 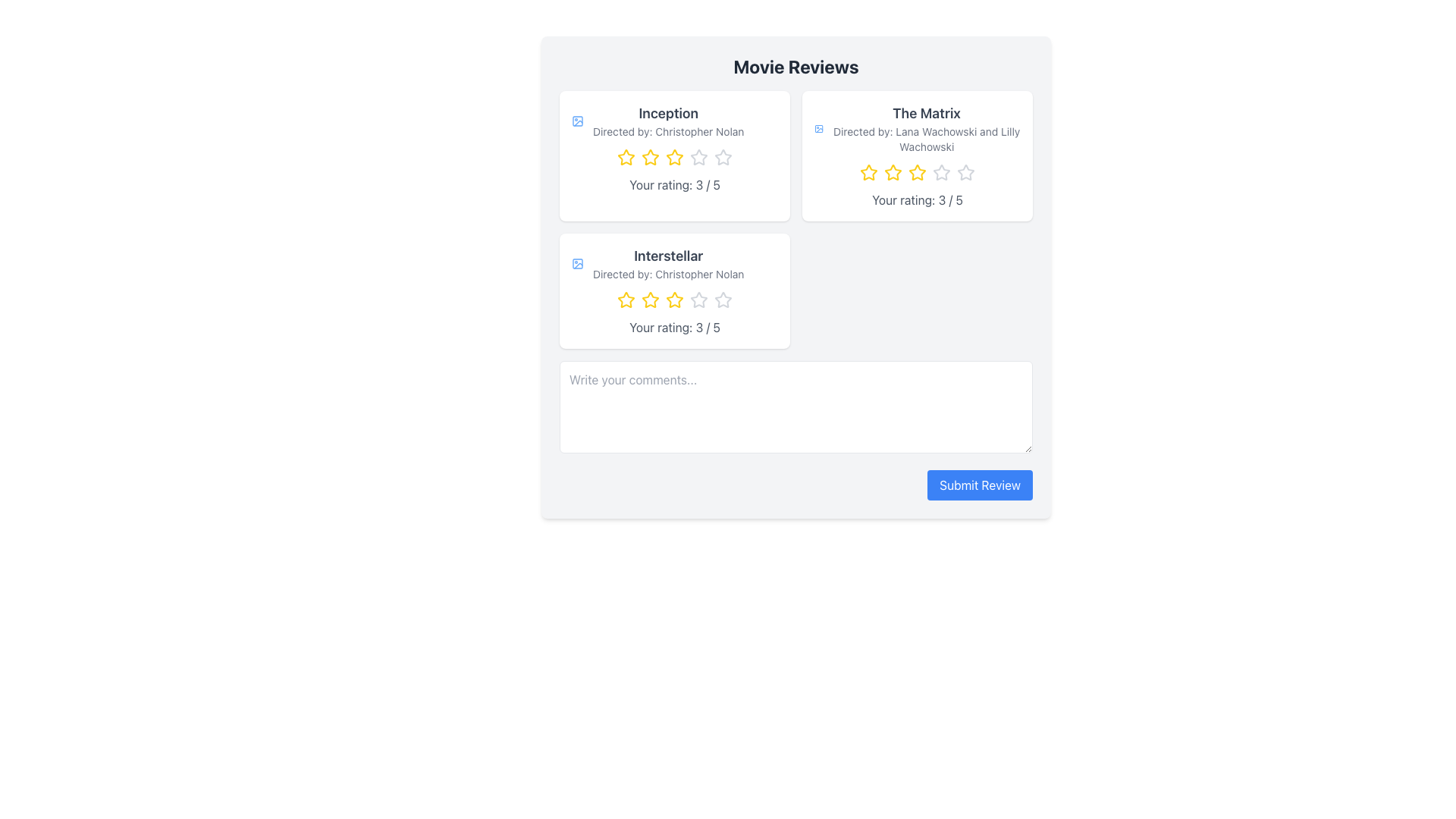 What do you see at coordinates (965, 171) in the screenshot?
I see `the fifth star icon in the rating system for 'The Matrix', which is currently inactive and dimmed, indicating it is not selected` at bounding box center [965, 171].